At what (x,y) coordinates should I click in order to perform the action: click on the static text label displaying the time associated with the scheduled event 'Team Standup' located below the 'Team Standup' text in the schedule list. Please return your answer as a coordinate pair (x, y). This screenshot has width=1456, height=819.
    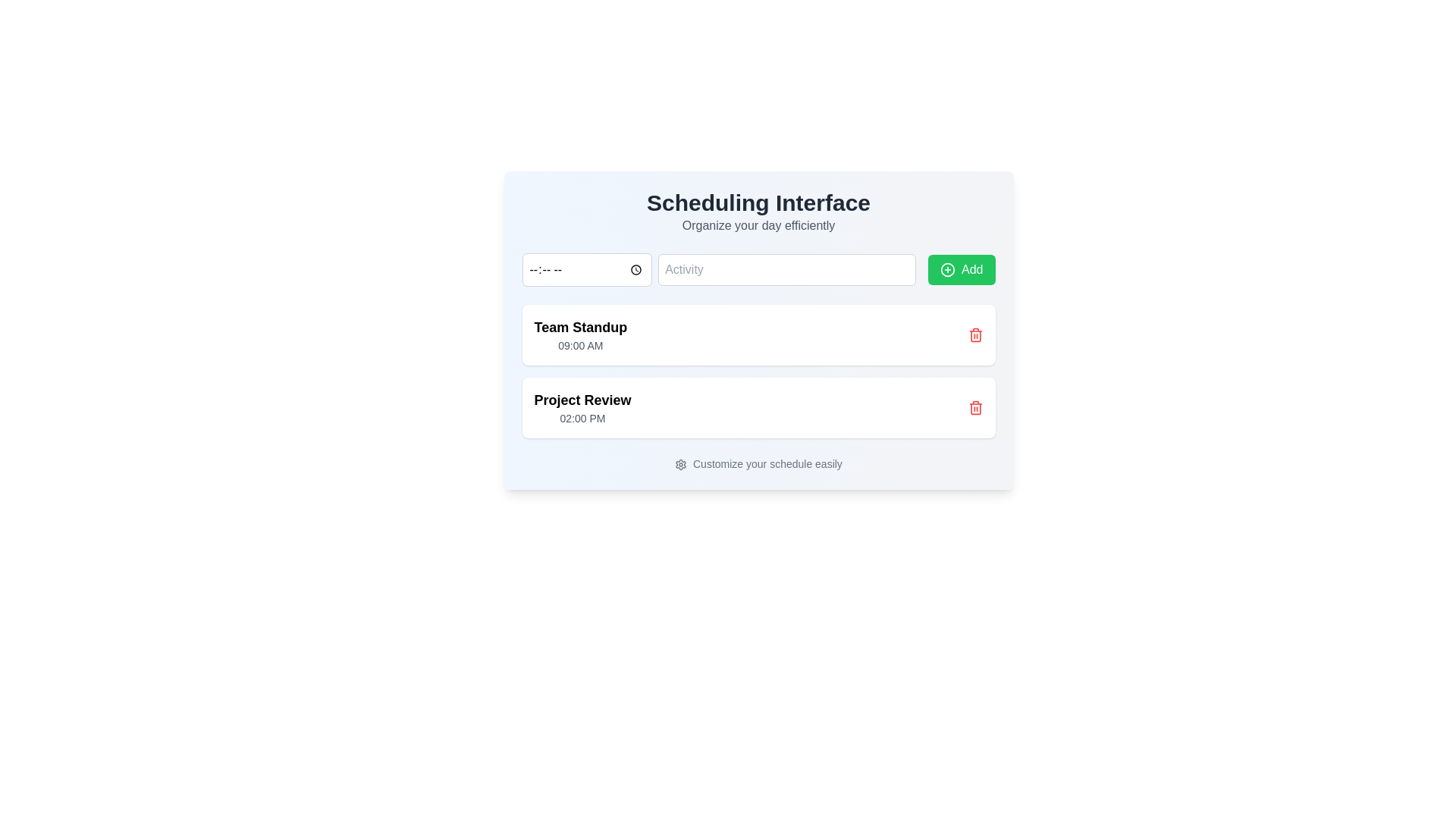
    Looking at the image, I should click on (579, 345).